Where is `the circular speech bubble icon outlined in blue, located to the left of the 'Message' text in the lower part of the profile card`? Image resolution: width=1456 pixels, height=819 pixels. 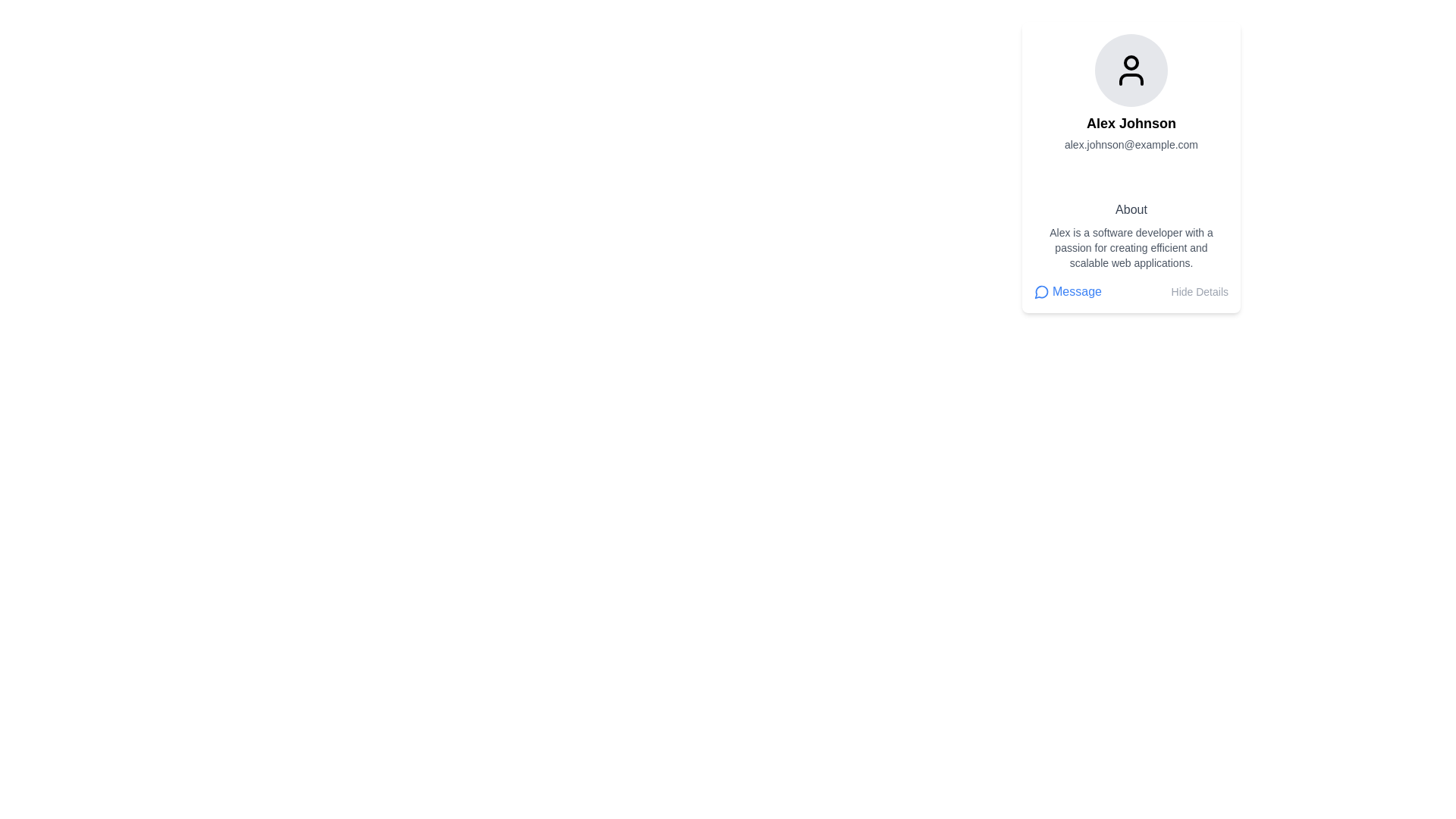
the circular speech bubble icon outlined in blue, located to the left of the 'Message' text in the lower part of the profile card is located at coordinates (1040, 292).